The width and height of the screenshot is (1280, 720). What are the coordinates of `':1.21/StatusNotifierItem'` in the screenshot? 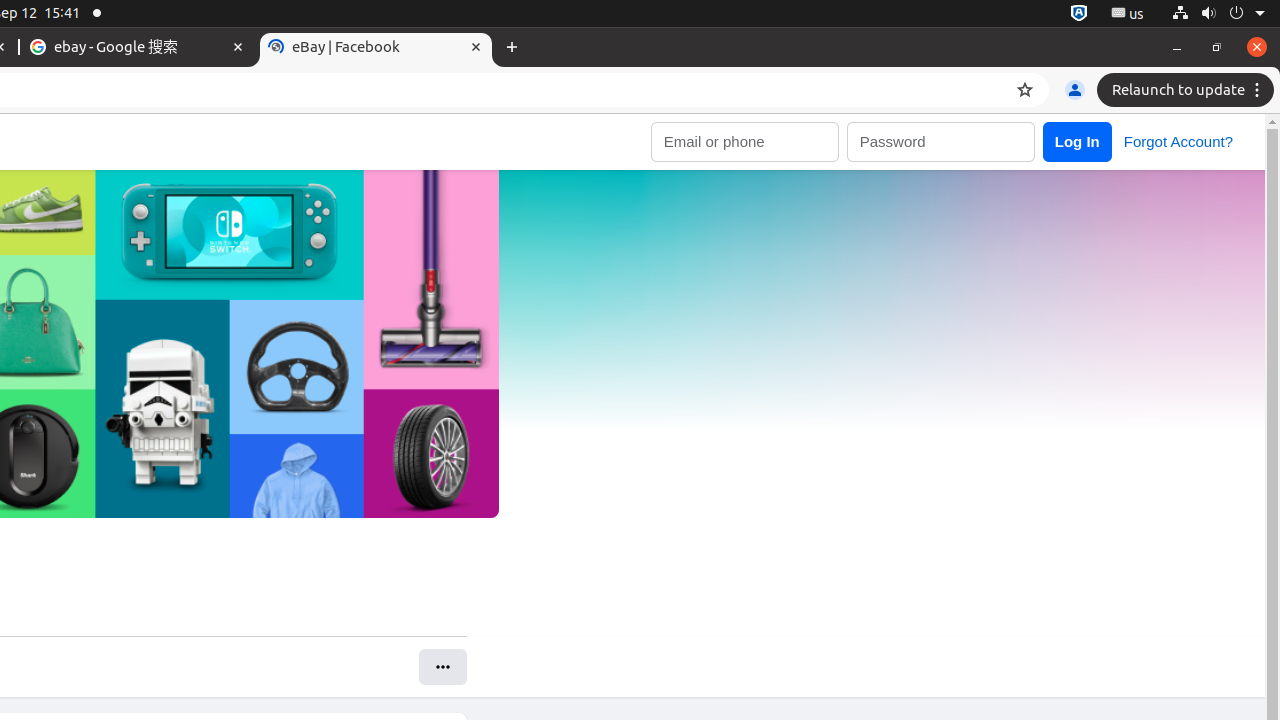 It's located at (1127, 13).